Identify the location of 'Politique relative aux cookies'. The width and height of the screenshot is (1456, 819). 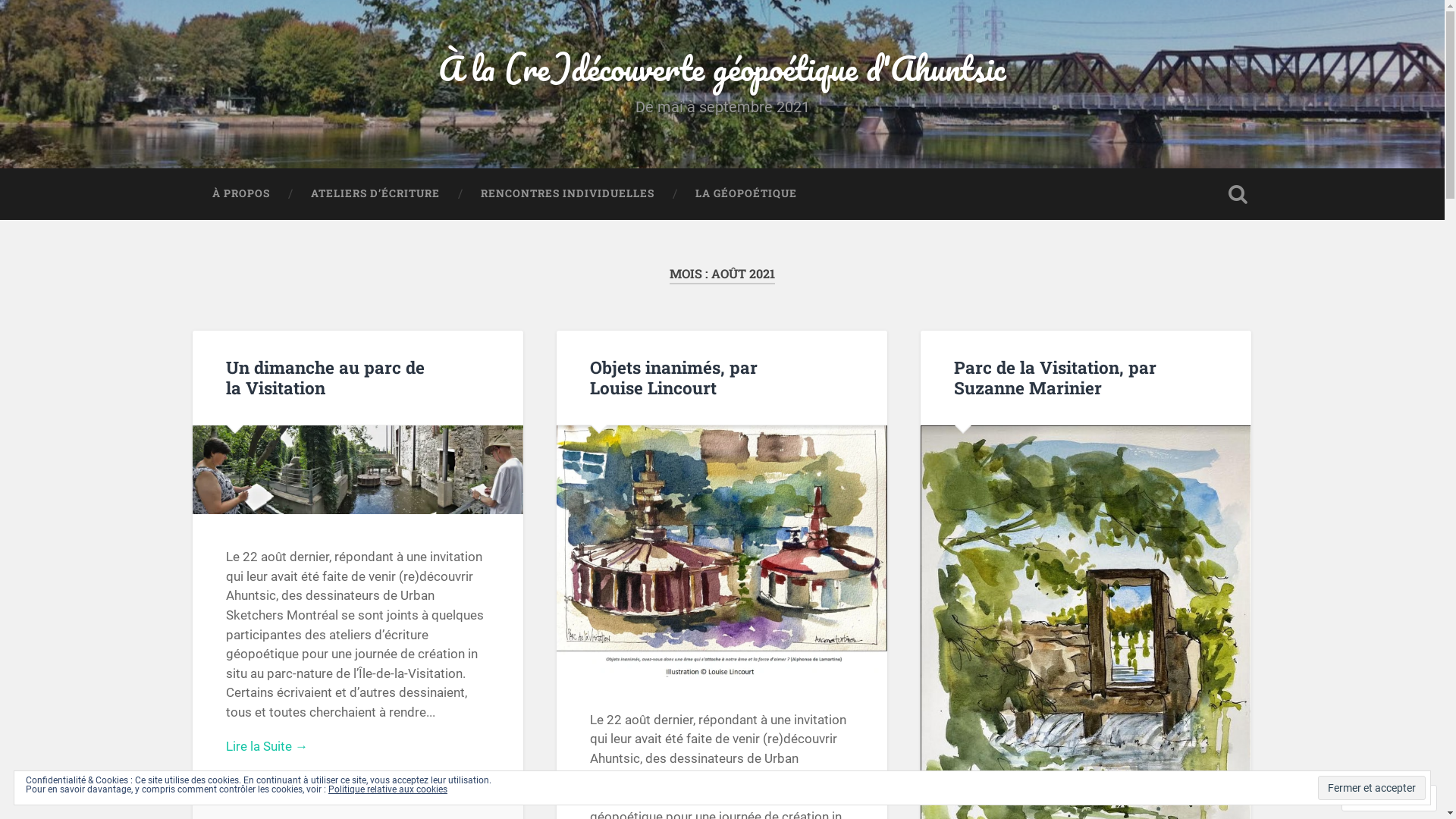
(388, 789).